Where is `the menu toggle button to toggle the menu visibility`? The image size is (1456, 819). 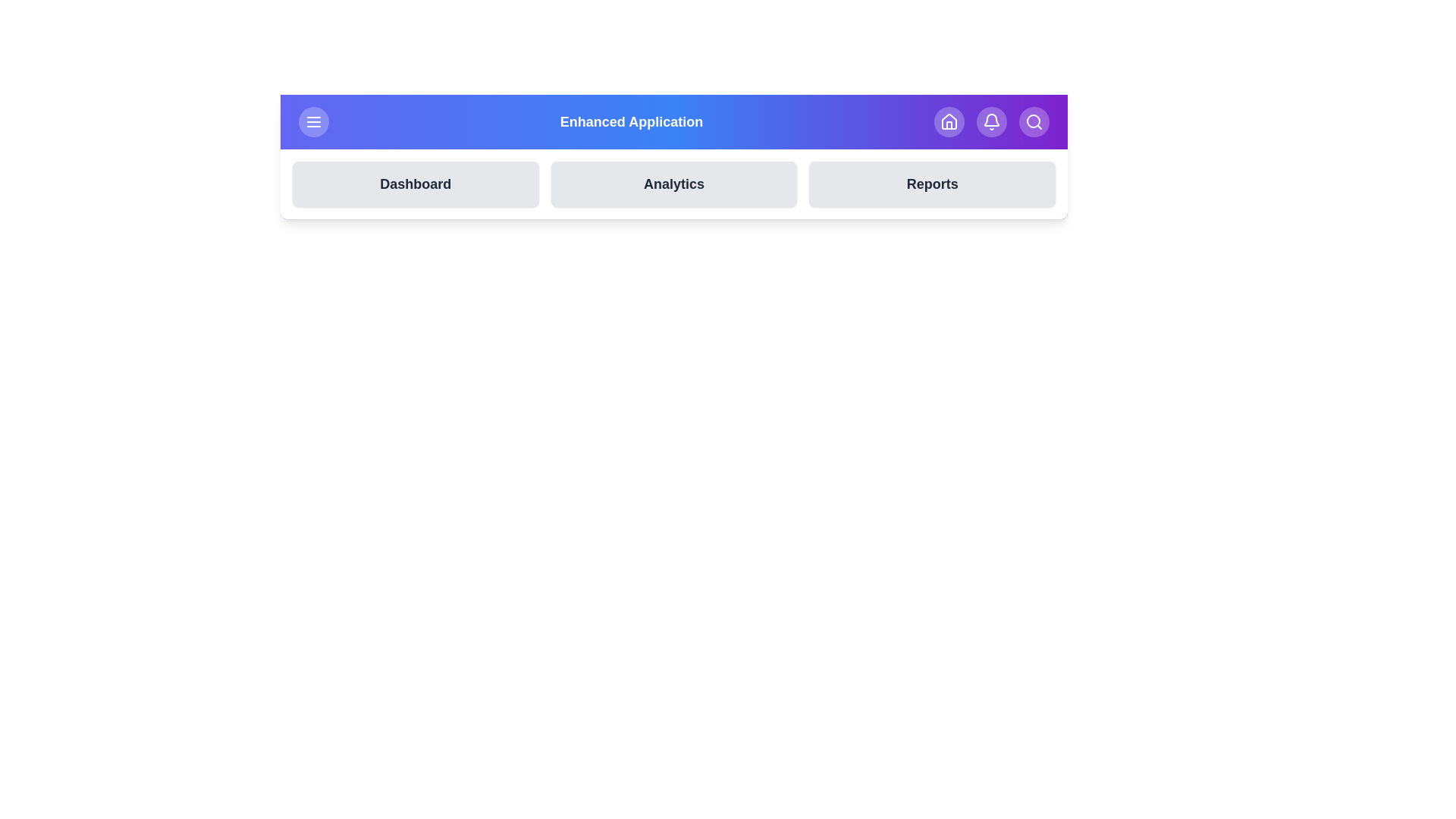 the menu toggle button to toggle the menu visibility is located at coordinates (312, 121).